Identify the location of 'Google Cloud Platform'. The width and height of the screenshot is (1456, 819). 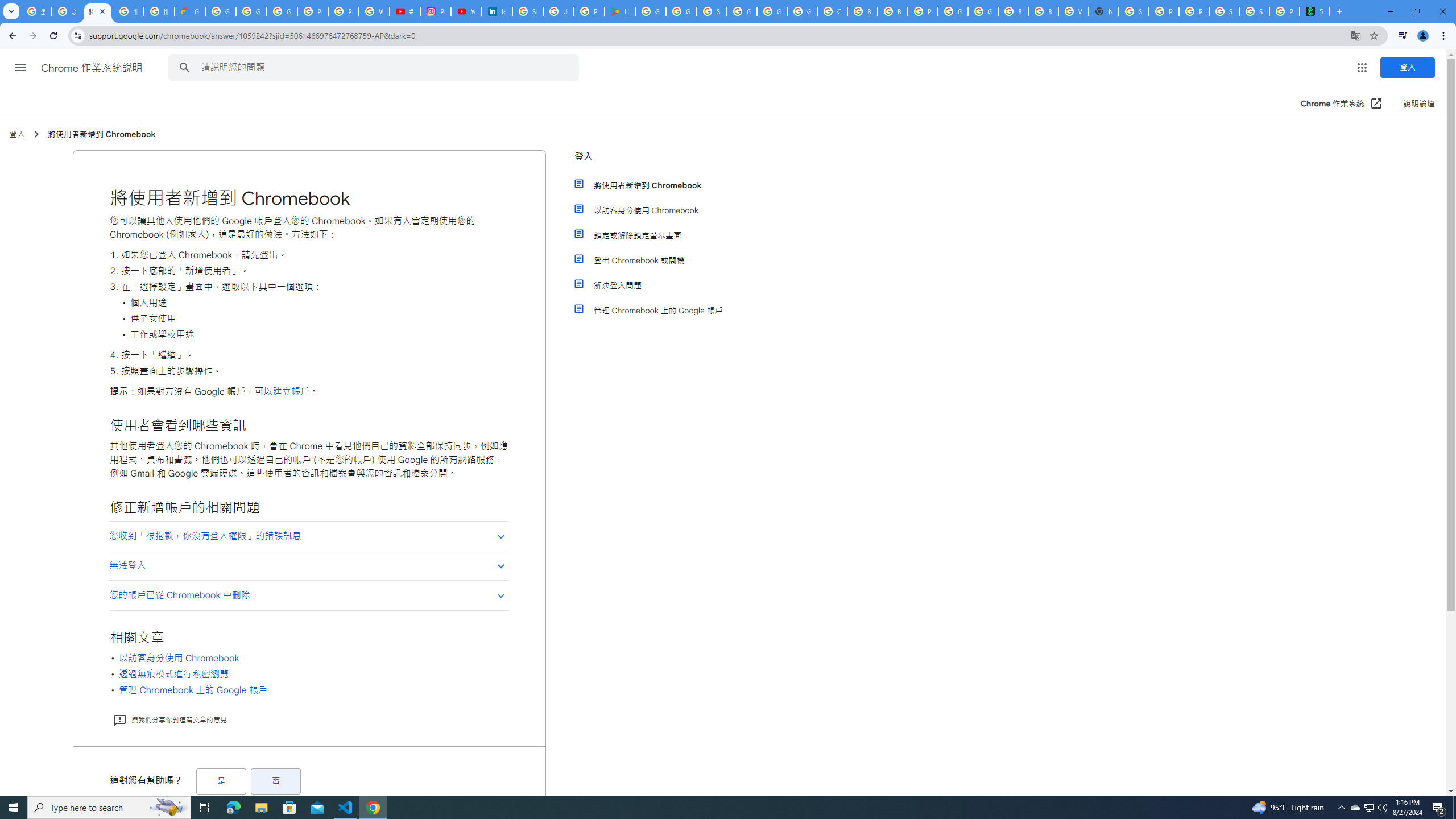
(983, 11).